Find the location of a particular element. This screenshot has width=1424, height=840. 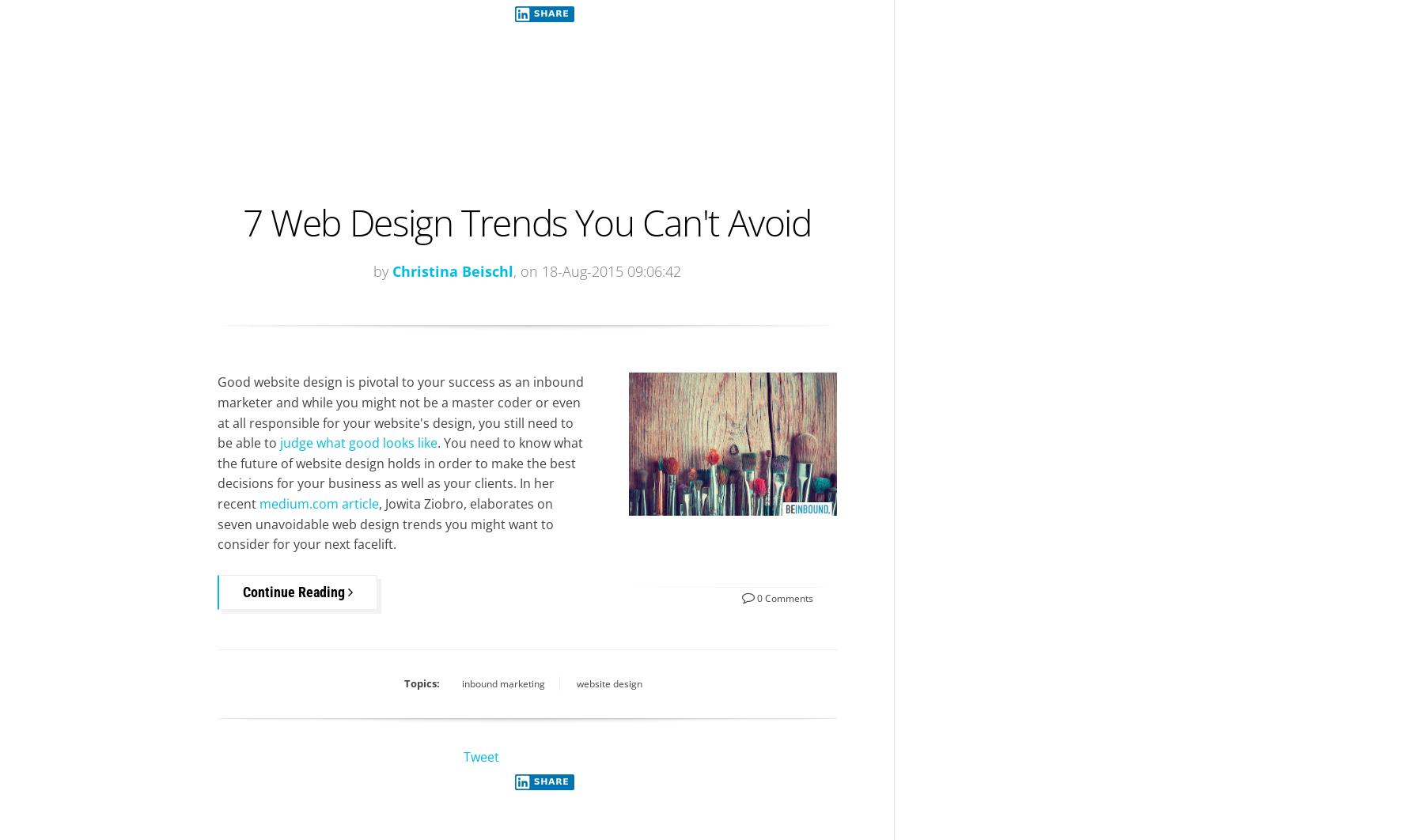

'Christina Beischl' is located at coordinates (452, 271).